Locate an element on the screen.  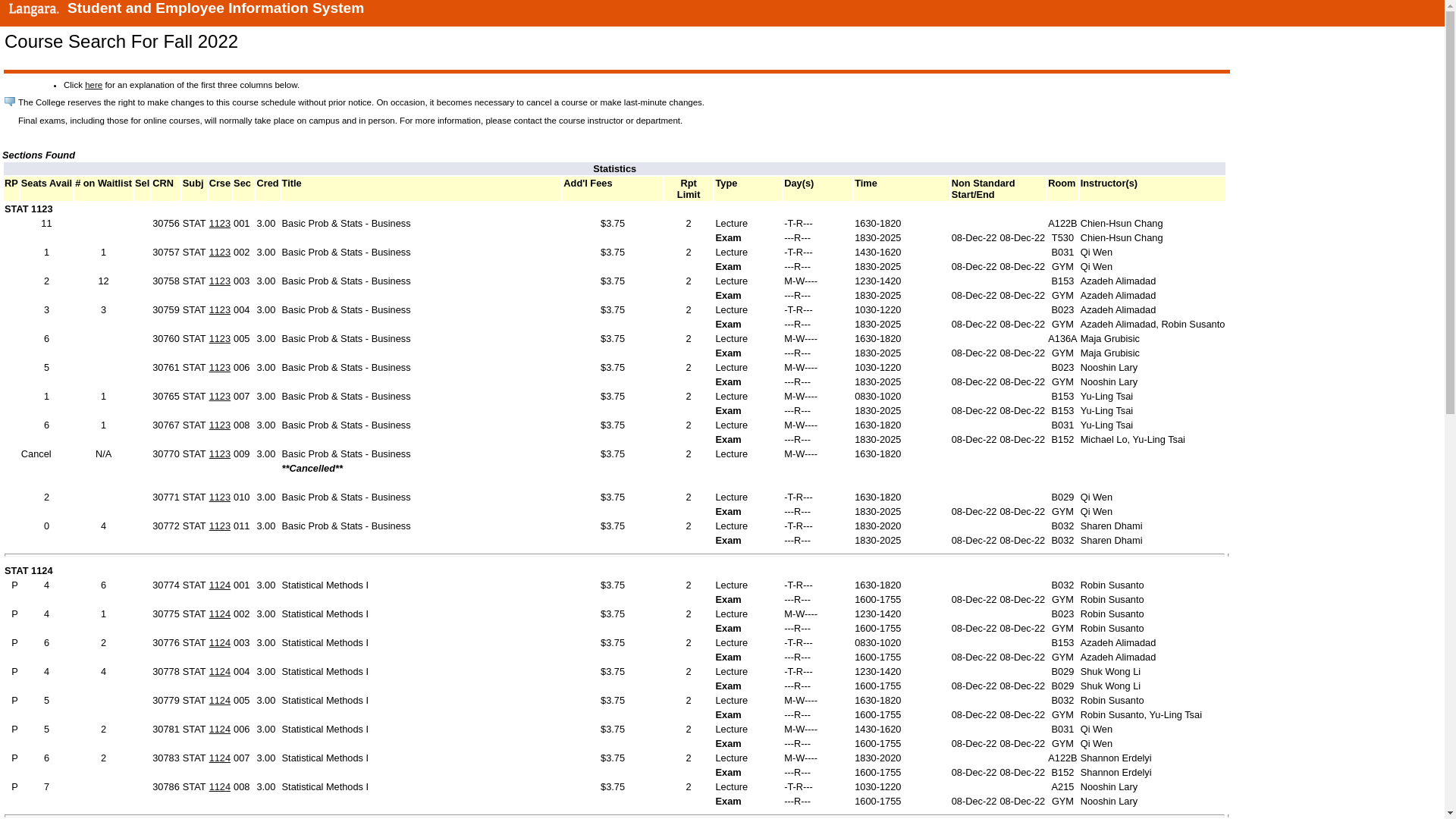
'1124' is located at coordinates (218, 584).